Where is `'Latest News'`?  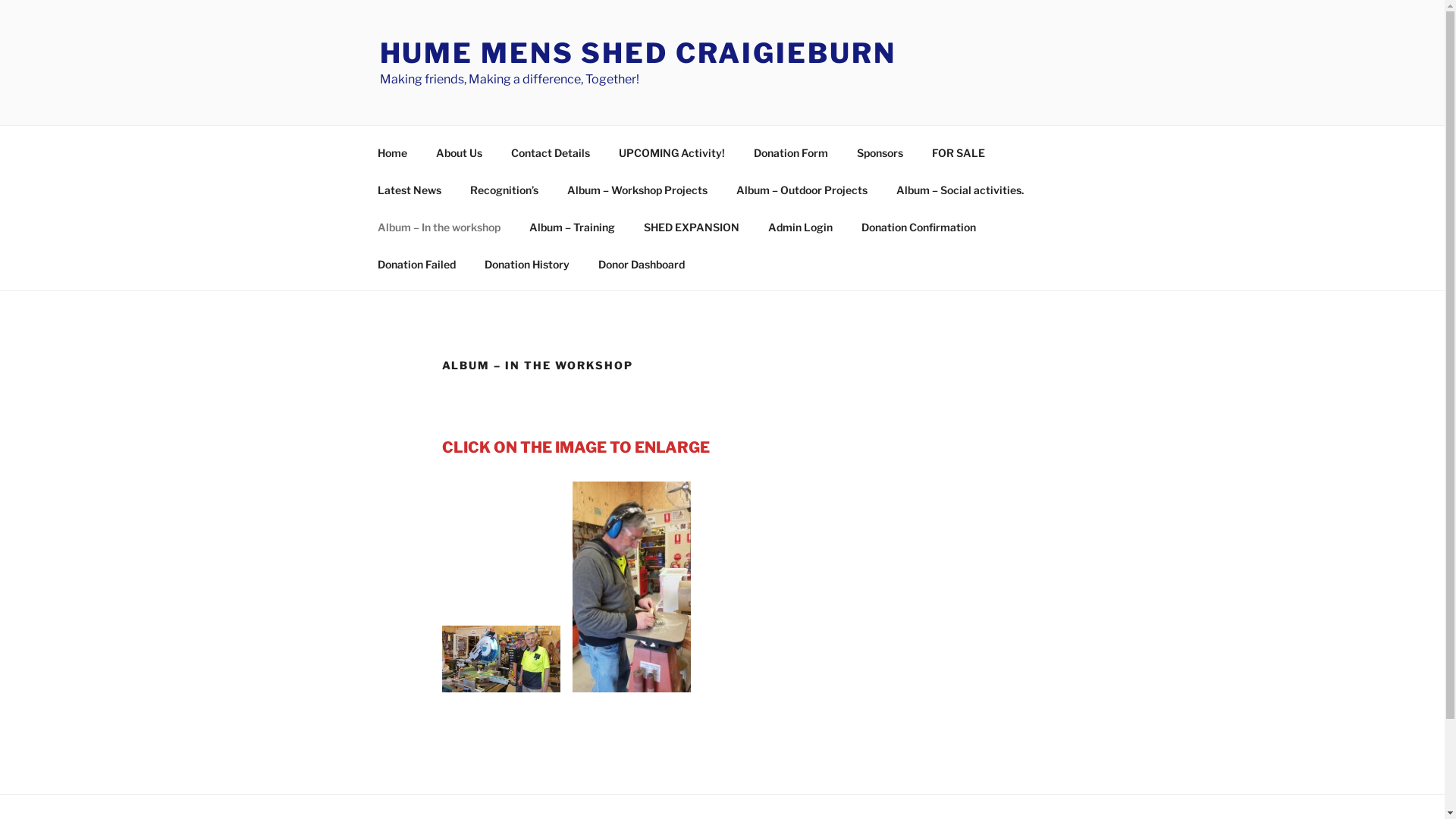 'Latest News' is located at coordinates (409, 189).